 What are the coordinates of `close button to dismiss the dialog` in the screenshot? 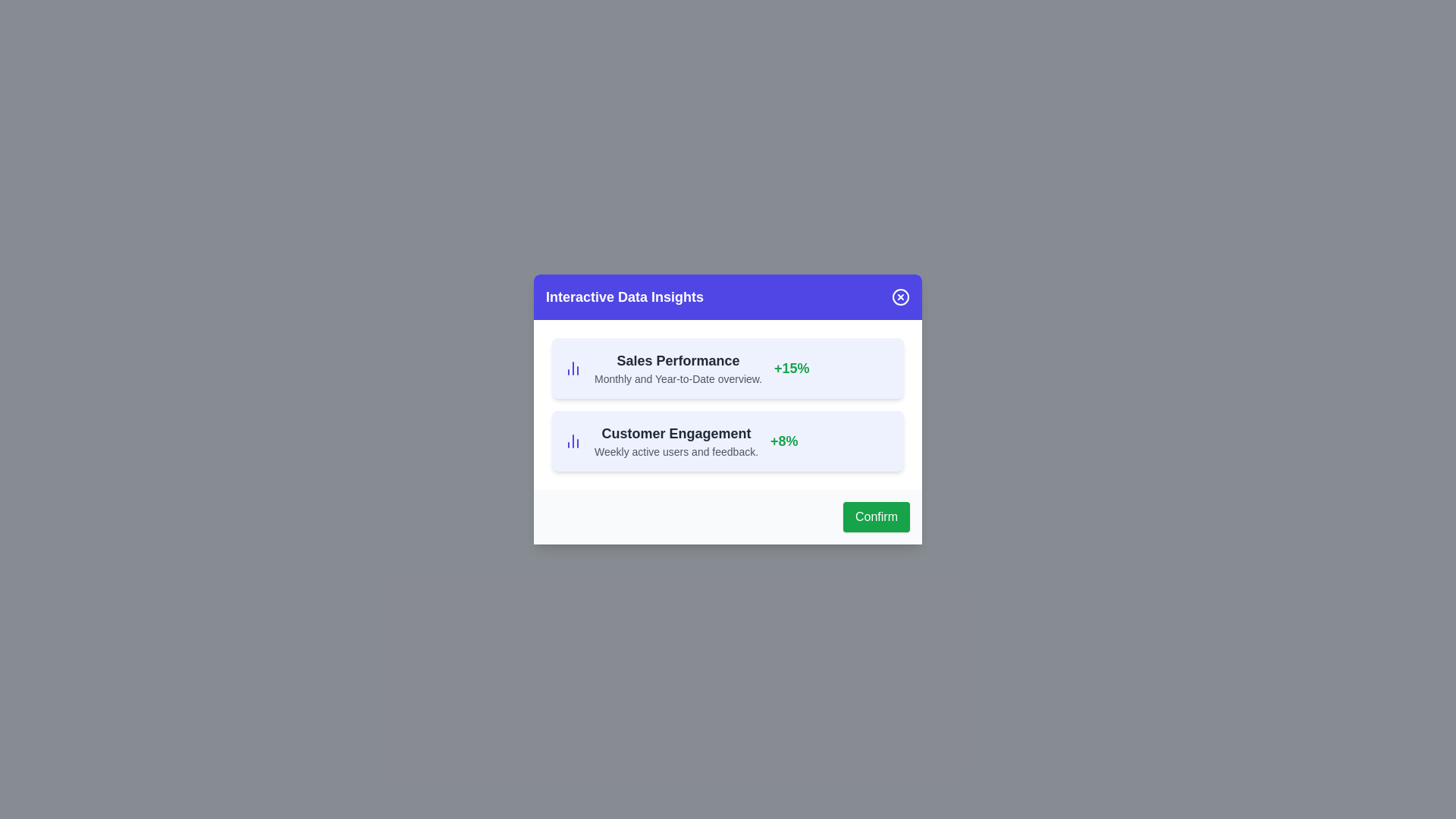 It's located at (901, 297).